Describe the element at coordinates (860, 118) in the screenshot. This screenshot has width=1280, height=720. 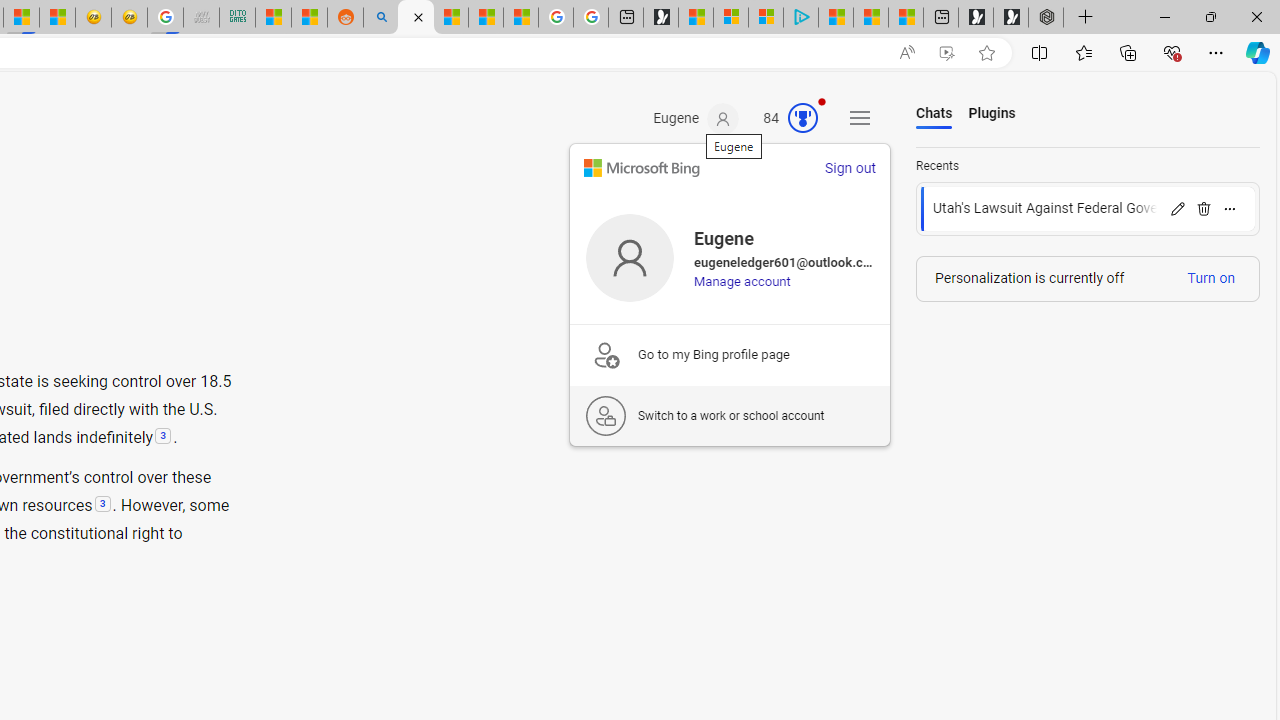
I see `'Settings and quick links'` at that location.